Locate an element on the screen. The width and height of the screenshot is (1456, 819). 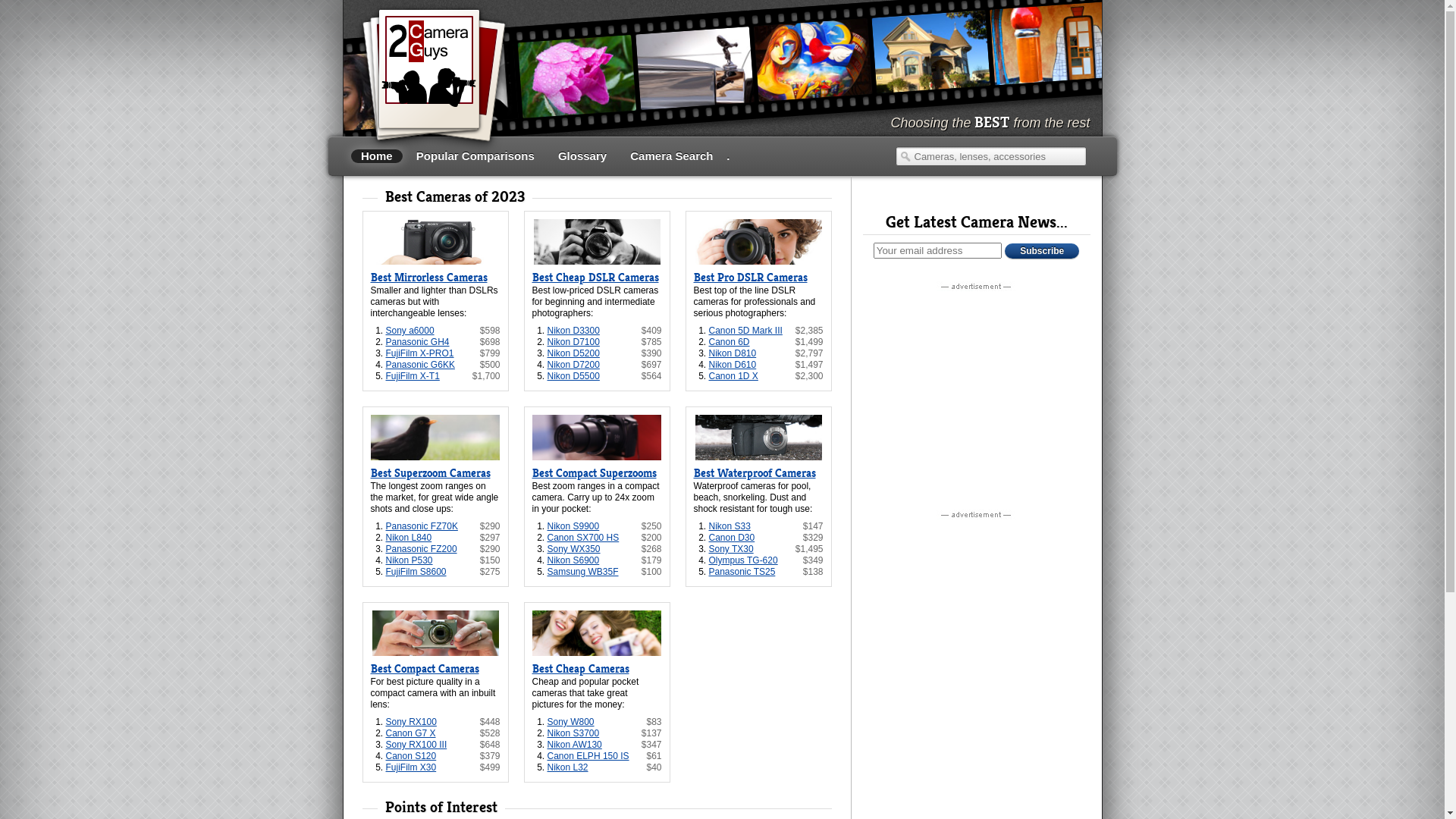
'Nikon L32' is located at coordinates (566, 767).